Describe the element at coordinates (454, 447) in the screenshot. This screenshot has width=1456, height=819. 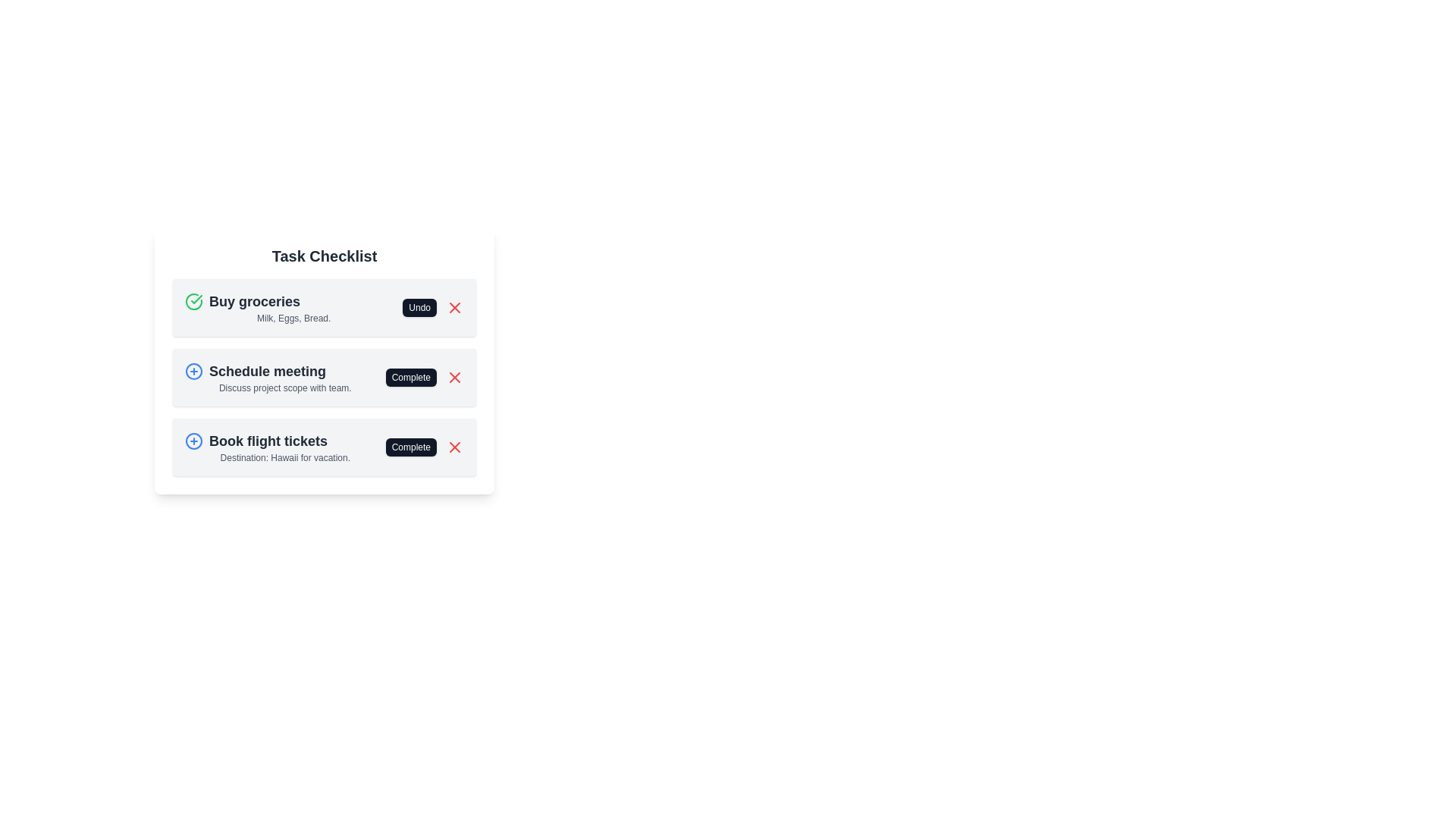
I see `remove button for the task 'Book flight tickets'` at that location.